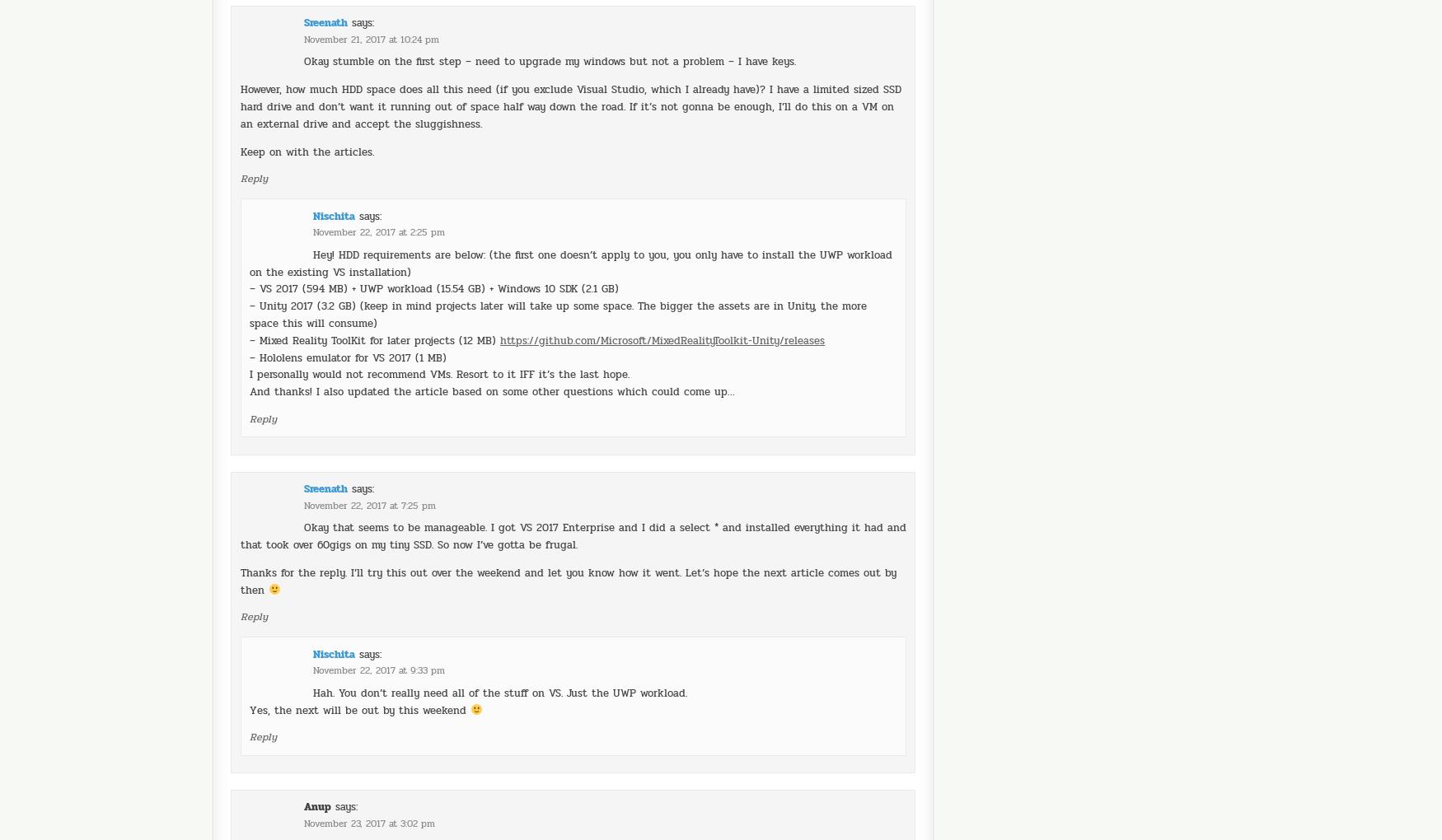 The width and height of the screenshot is (1442, 840). I want to click on 'Is there an equivalent or similar thing that can be tried on Linux?', so click(475, 799).